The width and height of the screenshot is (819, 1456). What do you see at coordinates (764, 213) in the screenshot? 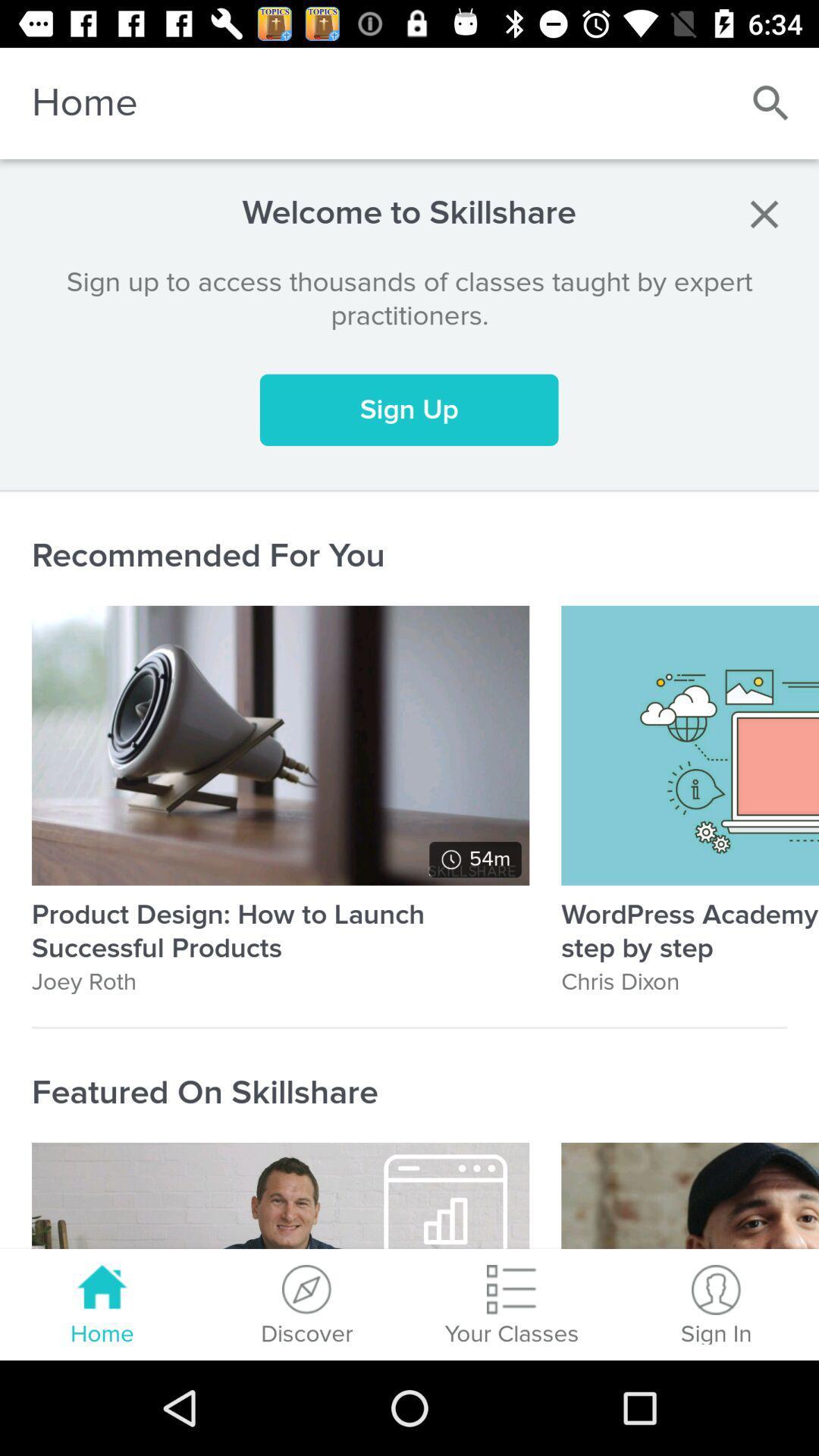
I see `signup message` at bounding box center [764, 213].